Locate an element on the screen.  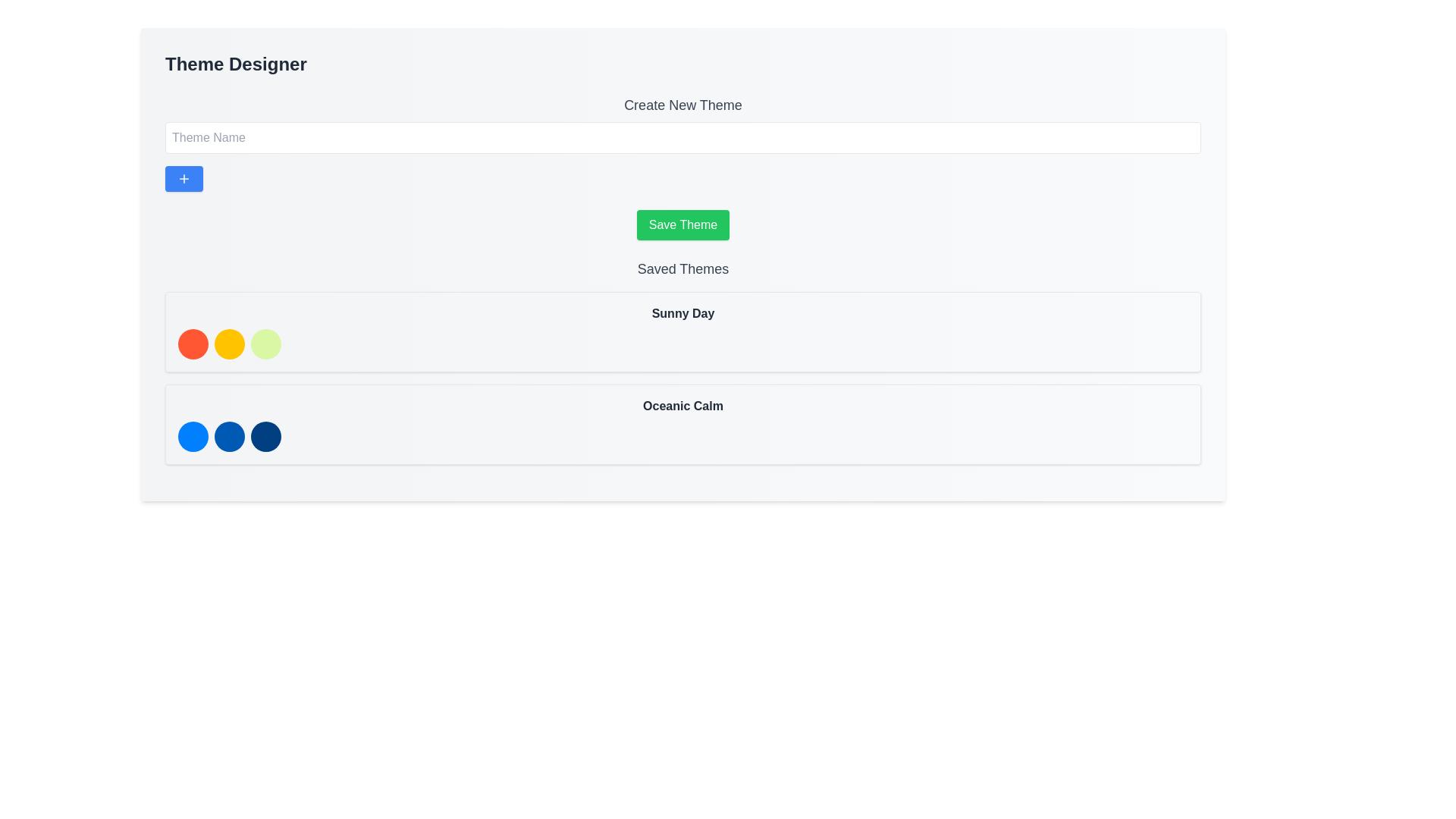
the 'Sunny Day' label, which serves as a descriptive heading within its section and is positioned above a row of circular colored icons is located at coordinates (682, 312).